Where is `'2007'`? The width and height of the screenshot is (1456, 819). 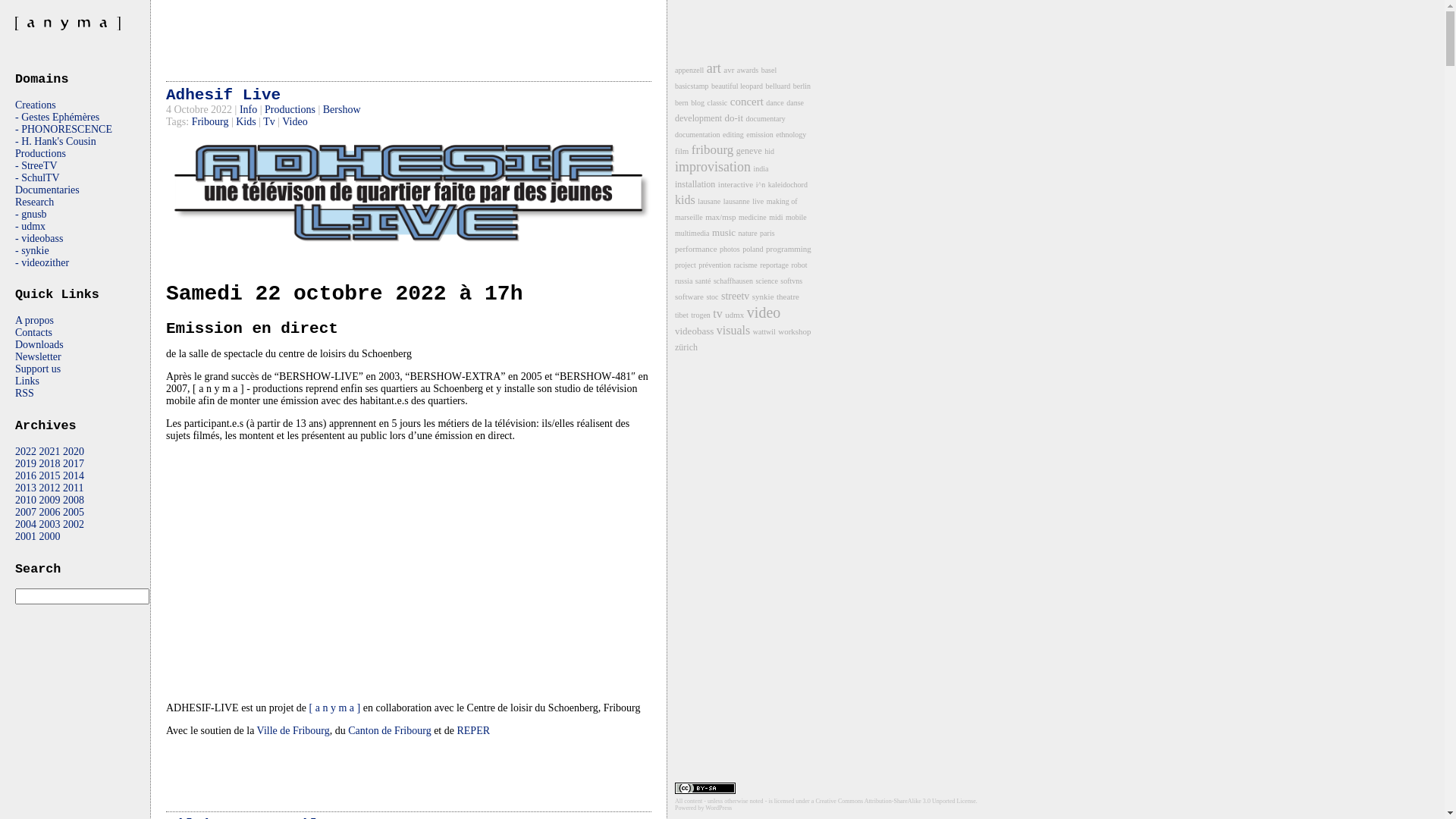
'2007' is located at coordinates (14, 512).